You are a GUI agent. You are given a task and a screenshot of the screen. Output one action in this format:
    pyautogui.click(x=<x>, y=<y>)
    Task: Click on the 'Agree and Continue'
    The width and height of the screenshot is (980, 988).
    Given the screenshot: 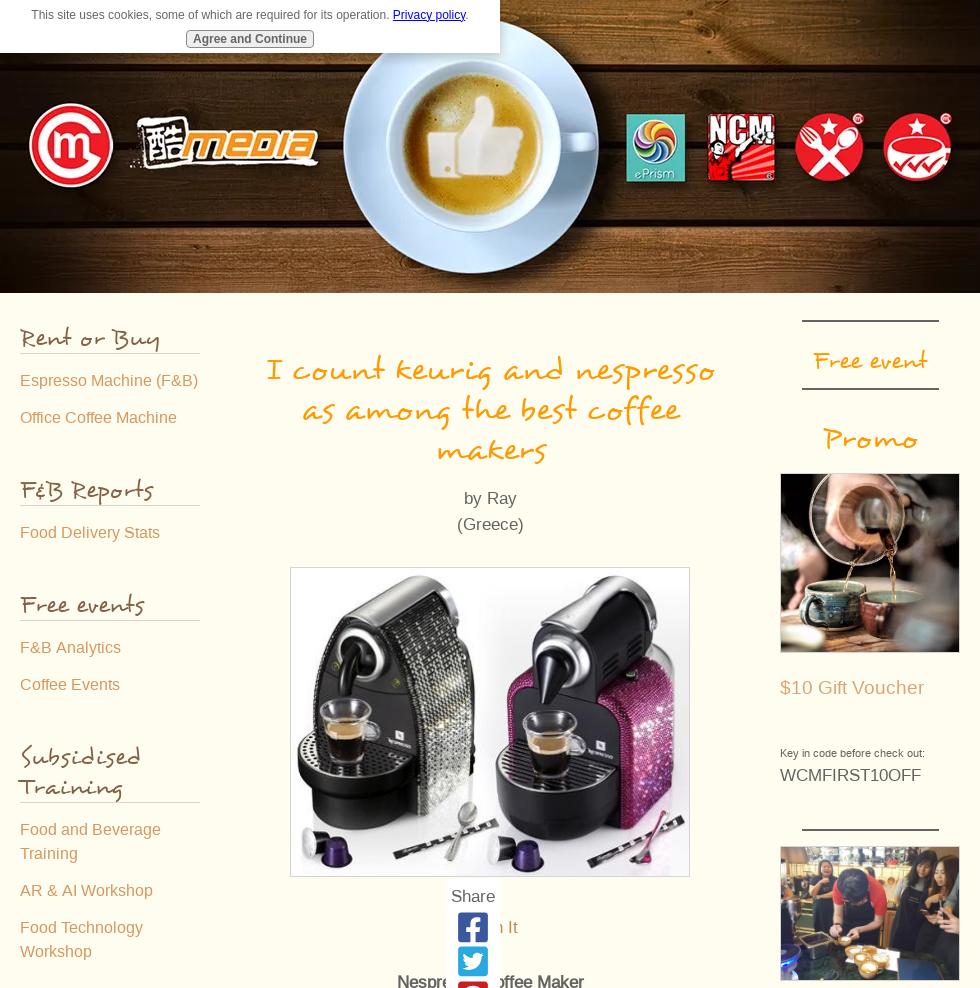 What is the action you would take?
    pyautogui.click(x=249, y=37)
    